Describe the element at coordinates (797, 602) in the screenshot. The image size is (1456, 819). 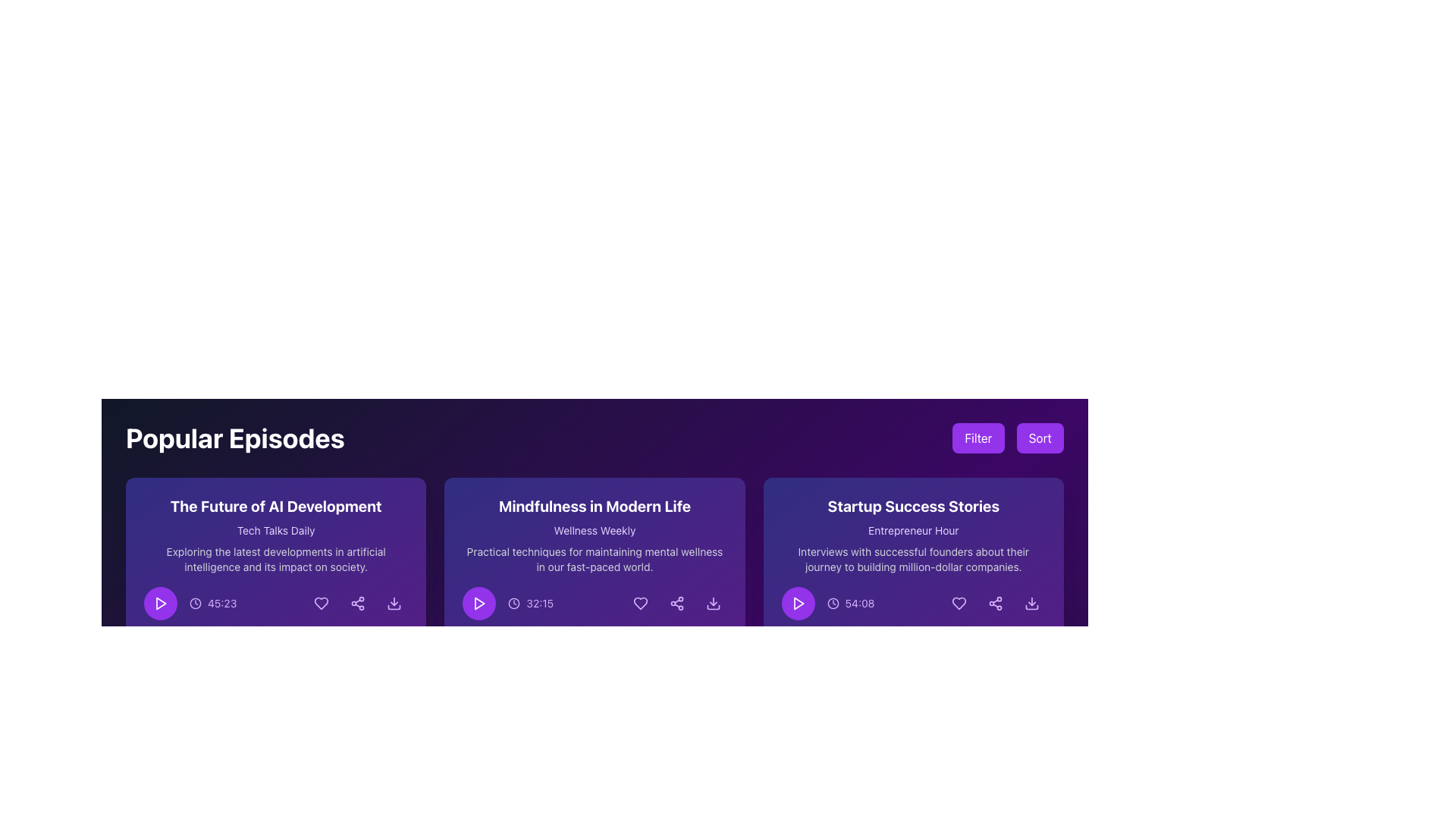
I see `the circular button with a purple background containing a white play icon, located in the 'Startup Success Stories' card` at that location.